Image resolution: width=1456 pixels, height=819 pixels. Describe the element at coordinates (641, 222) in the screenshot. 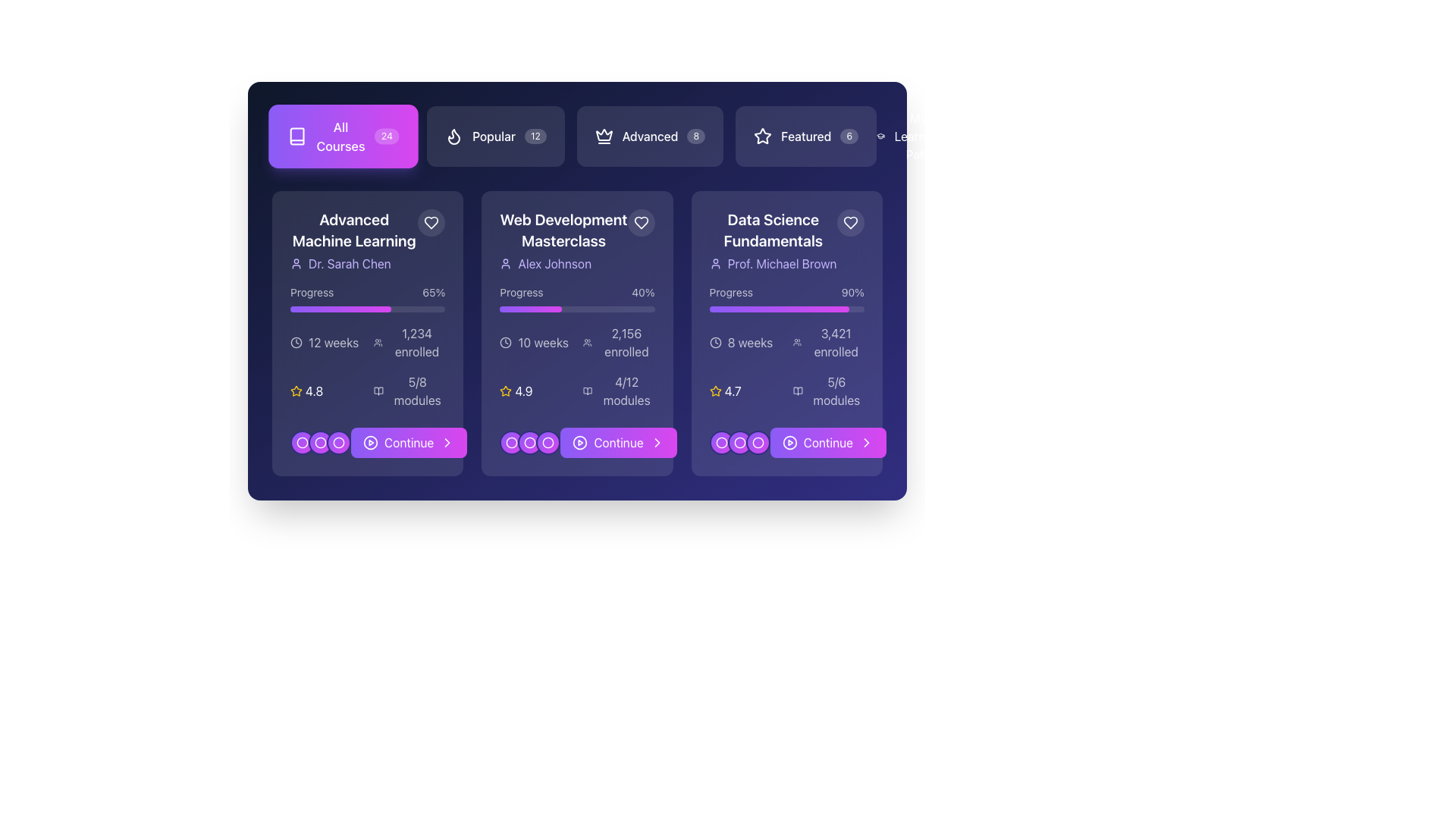

I see `the favorite button icon located in the top-right corner of the 'Web Development Masterclass' card` at that location.